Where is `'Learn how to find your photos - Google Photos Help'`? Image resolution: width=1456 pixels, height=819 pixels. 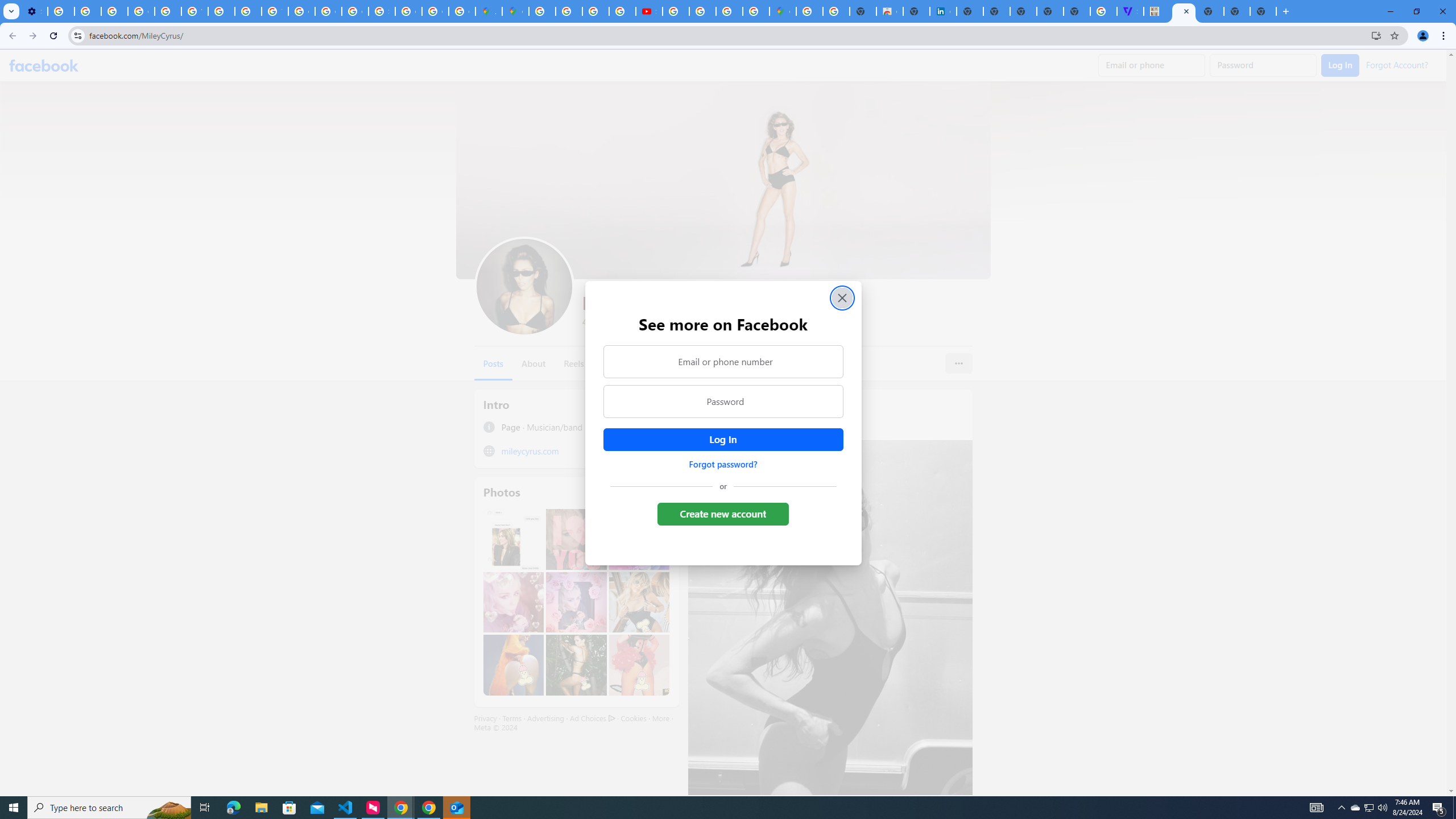 'Learn how to find your photos - Google Photos Help' is located at coordinates (88, 11).